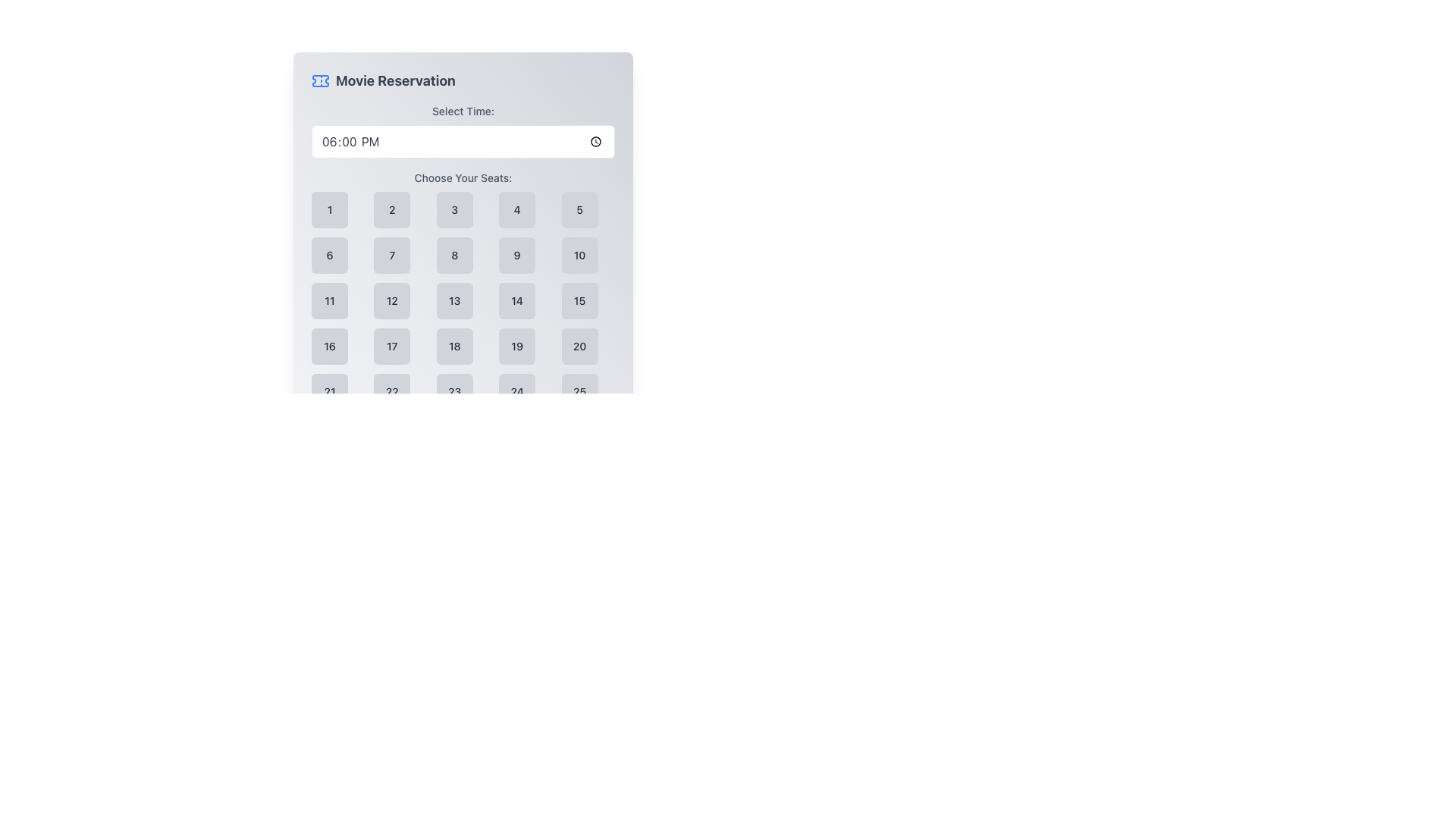 This screenshot has height=819, width=1456. Describe the element at coordinates (453, 391) in the screenshot. I see `the seat selection button located in the fifth row and third column of the 'Choose Your Seats' grid` at that location.